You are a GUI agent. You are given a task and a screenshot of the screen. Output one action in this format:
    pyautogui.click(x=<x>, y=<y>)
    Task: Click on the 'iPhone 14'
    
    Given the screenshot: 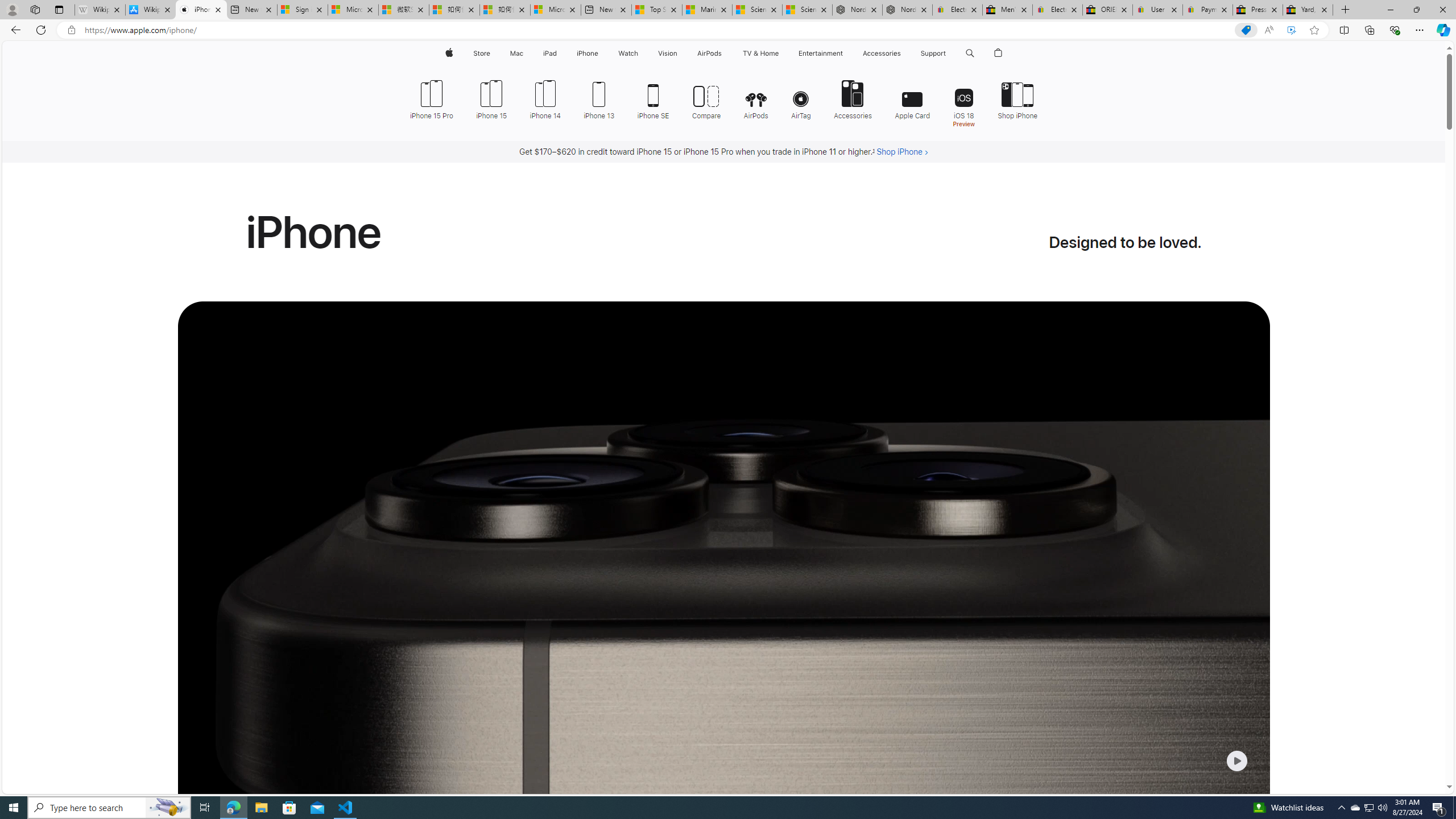 What is the action you would take?
    pyautogui.click(x=544, y=98)
    